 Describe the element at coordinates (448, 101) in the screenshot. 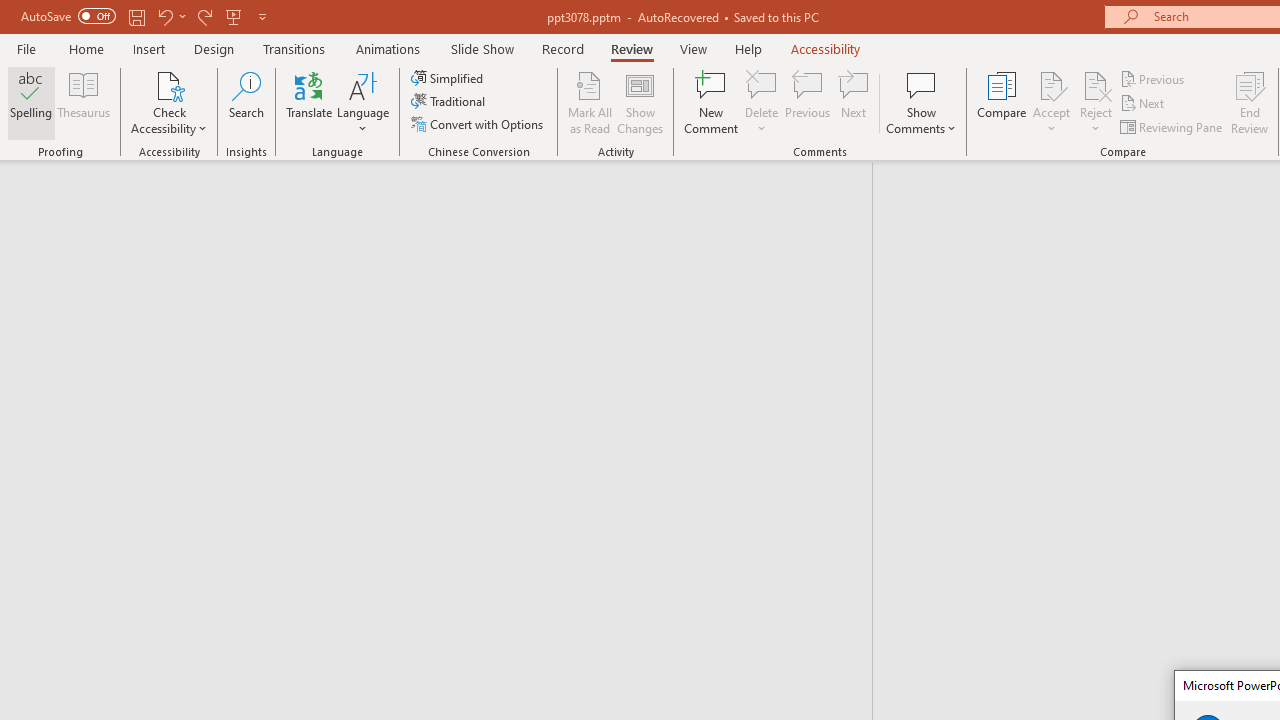

I see `'Traditional'` at that location.